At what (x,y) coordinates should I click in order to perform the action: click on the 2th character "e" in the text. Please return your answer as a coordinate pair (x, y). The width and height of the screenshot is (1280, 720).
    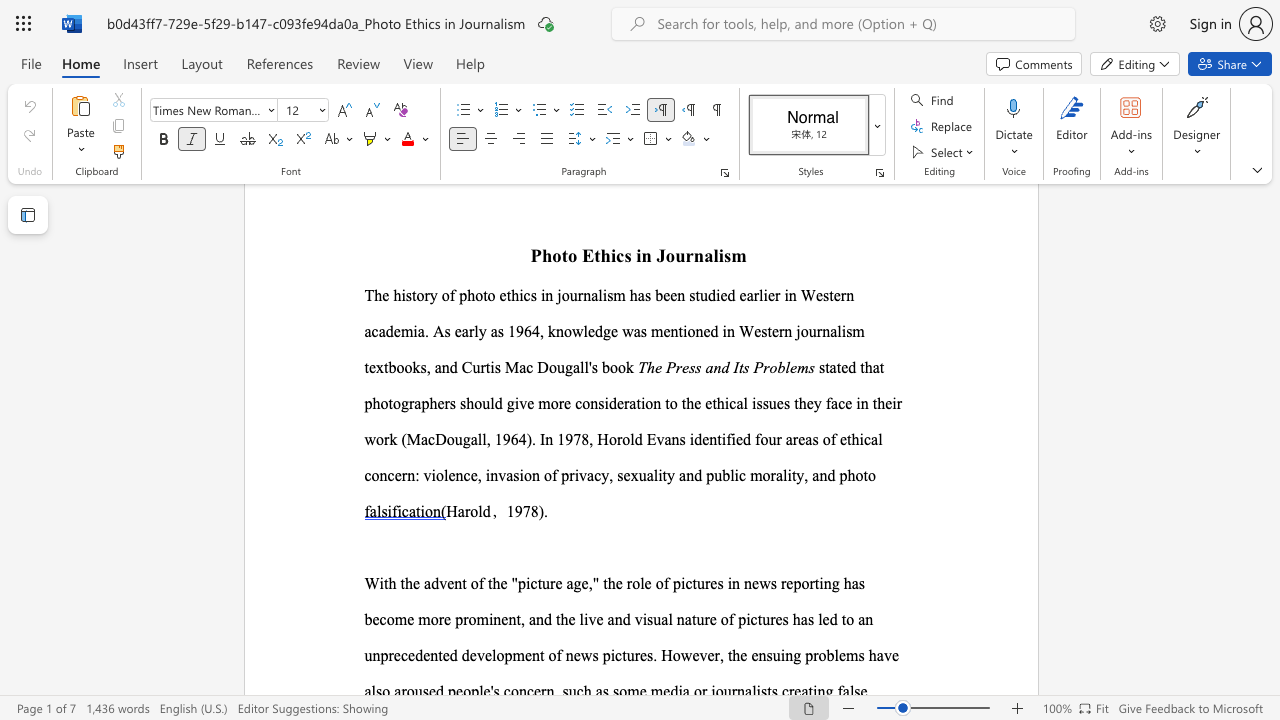
    Looking at the image, I should click on (738, 438).